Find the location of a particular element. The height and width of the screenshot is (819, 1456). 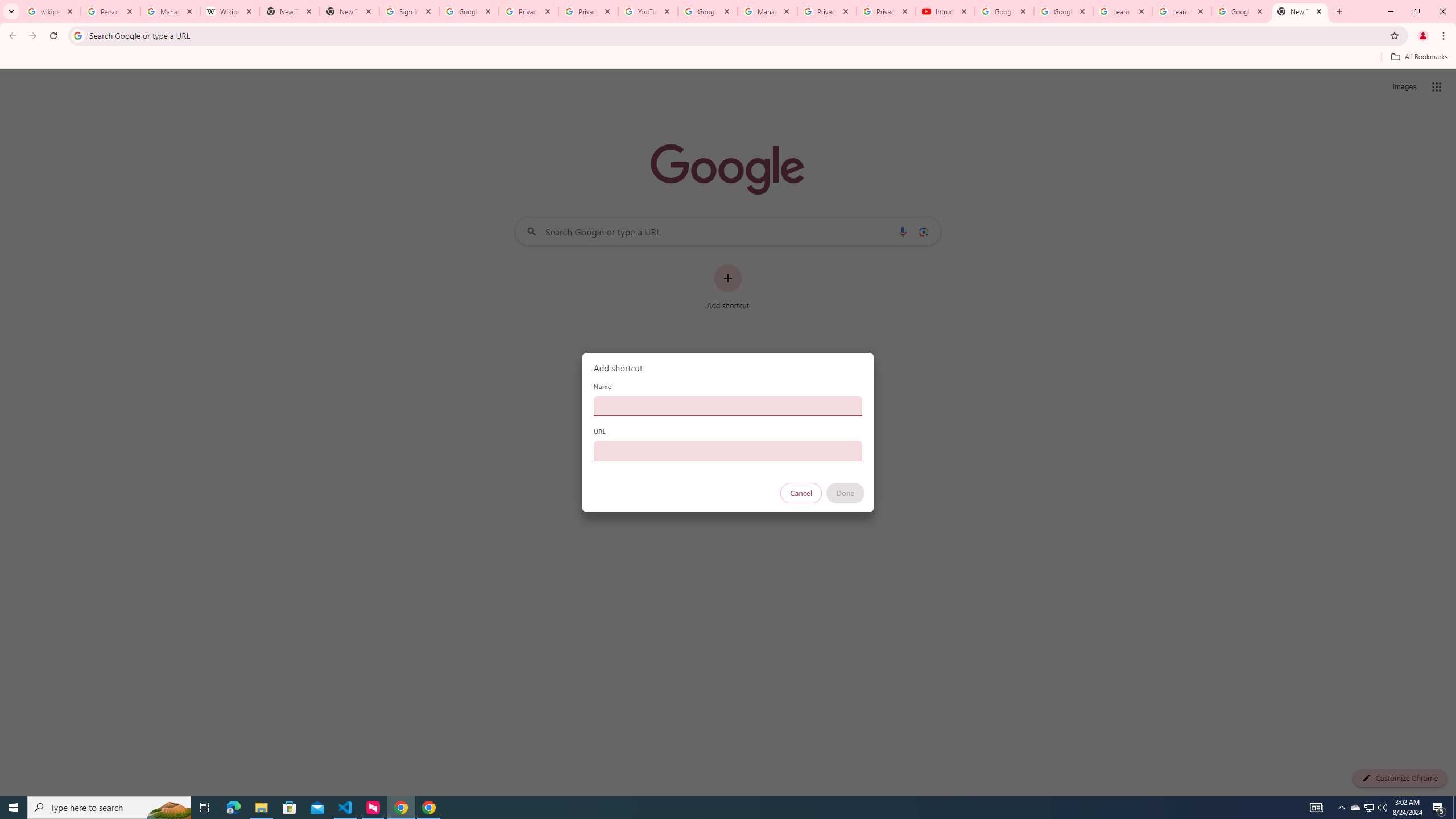

'Google Account Help' is located at coordinates (1064, 11).